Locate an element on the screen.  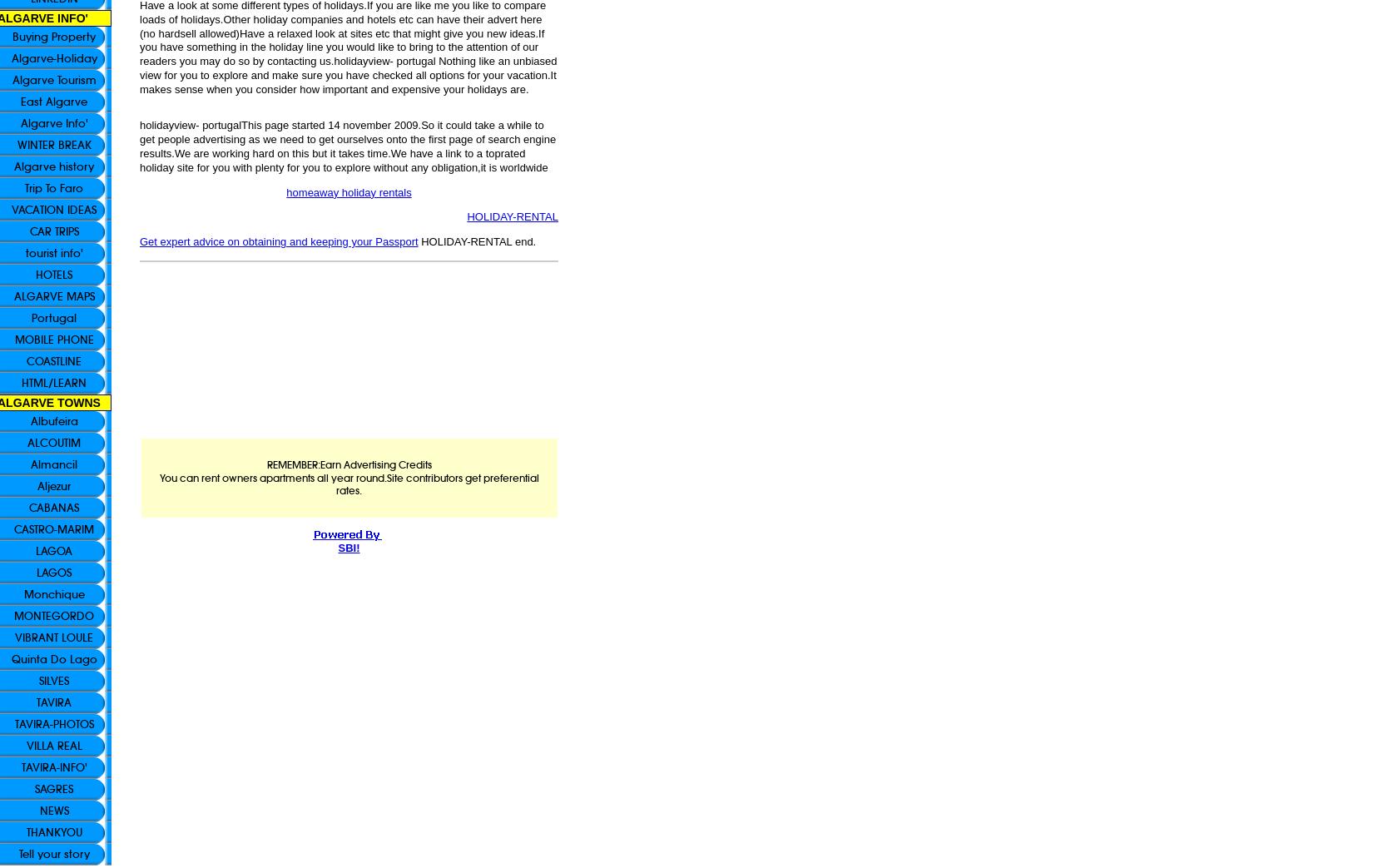
'MOBILE PHONE' is located at coordinates (13, 339).